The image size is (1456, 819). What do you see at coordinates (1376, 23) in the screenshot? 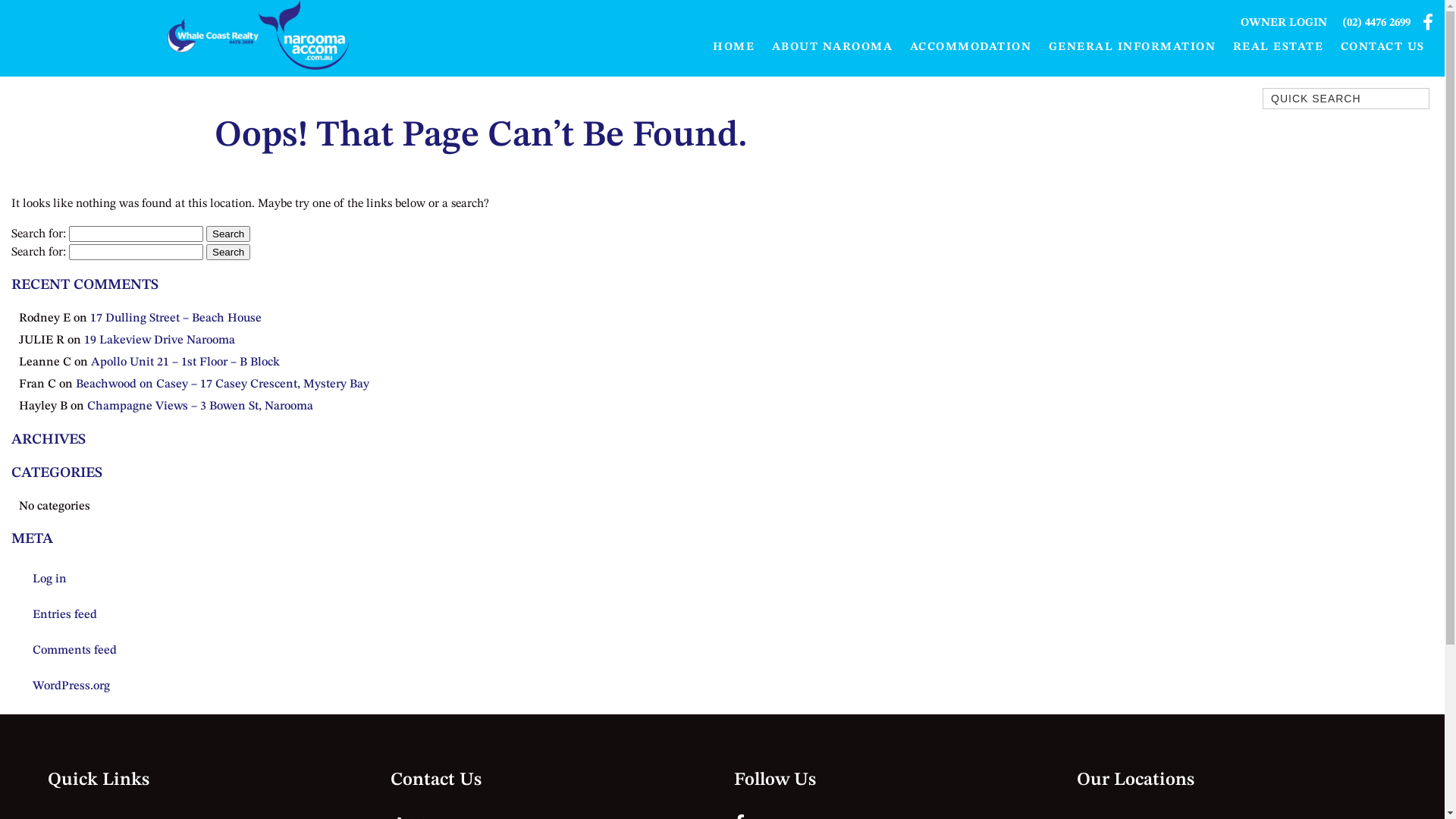
I see `'(02) 4476 2699'` at bounding box center [1376, 23].